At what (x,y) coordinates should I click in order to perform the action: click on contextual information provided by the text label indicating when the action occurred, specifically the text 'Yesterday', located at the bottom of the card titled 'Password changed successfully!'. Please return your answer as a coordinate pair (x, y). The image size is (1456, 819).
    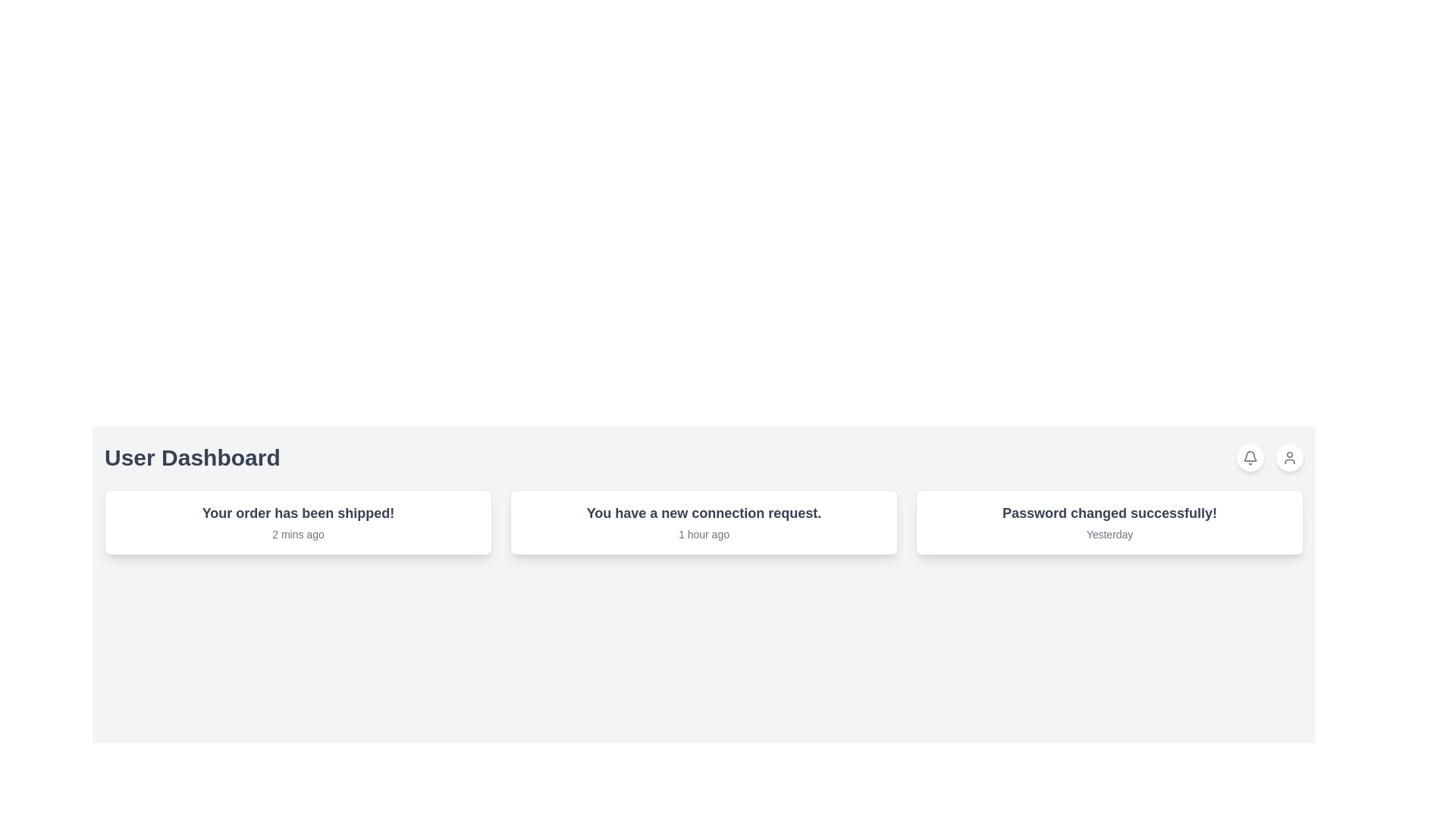
    Looking at the image, I should click on (1109, 534).